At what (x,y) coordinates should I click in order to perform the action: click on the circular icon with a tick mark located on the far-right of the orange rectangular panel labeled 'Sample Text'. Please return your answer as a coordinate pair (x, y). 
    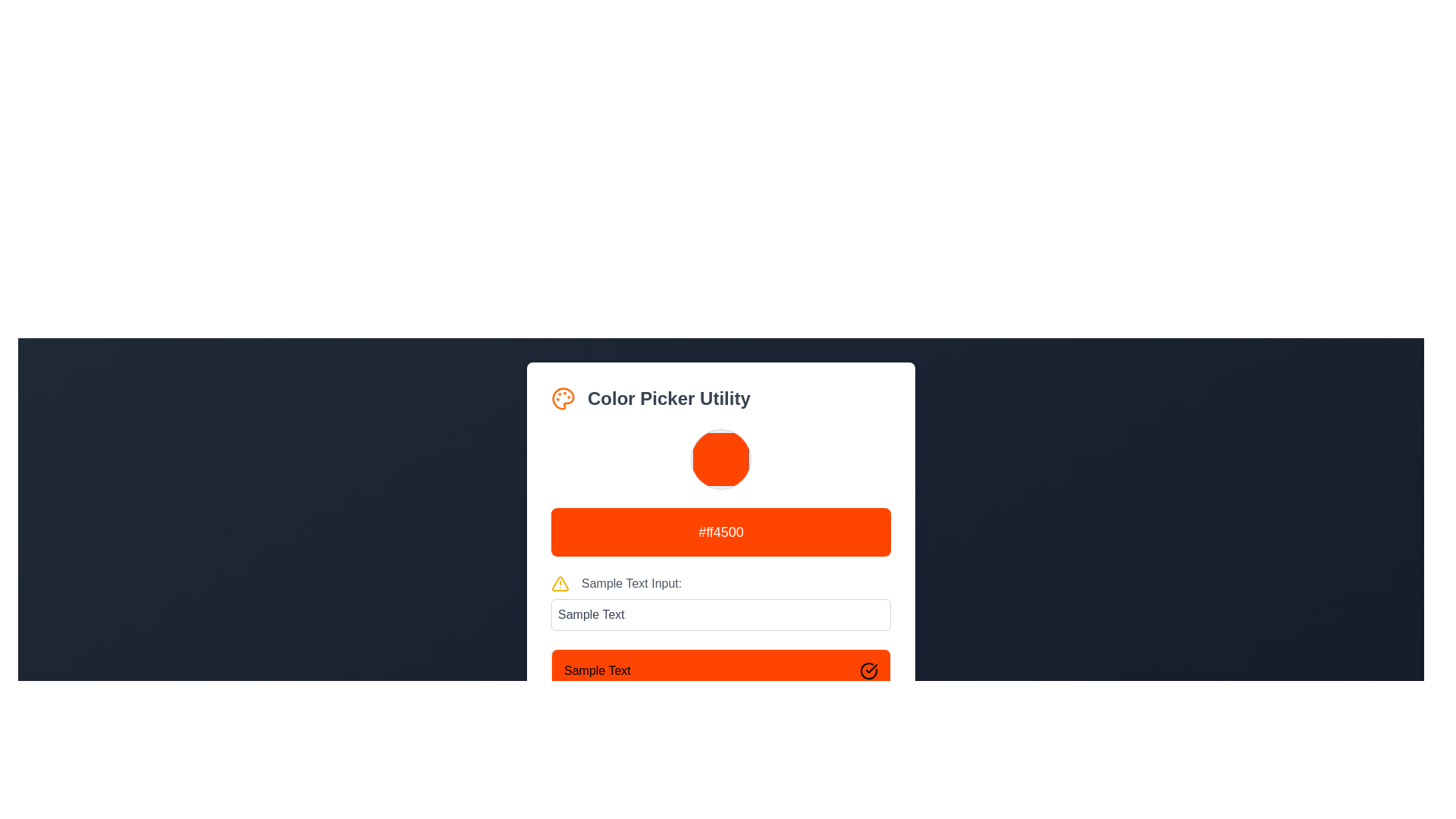
    Looking at the image, I should click on (869, 670).